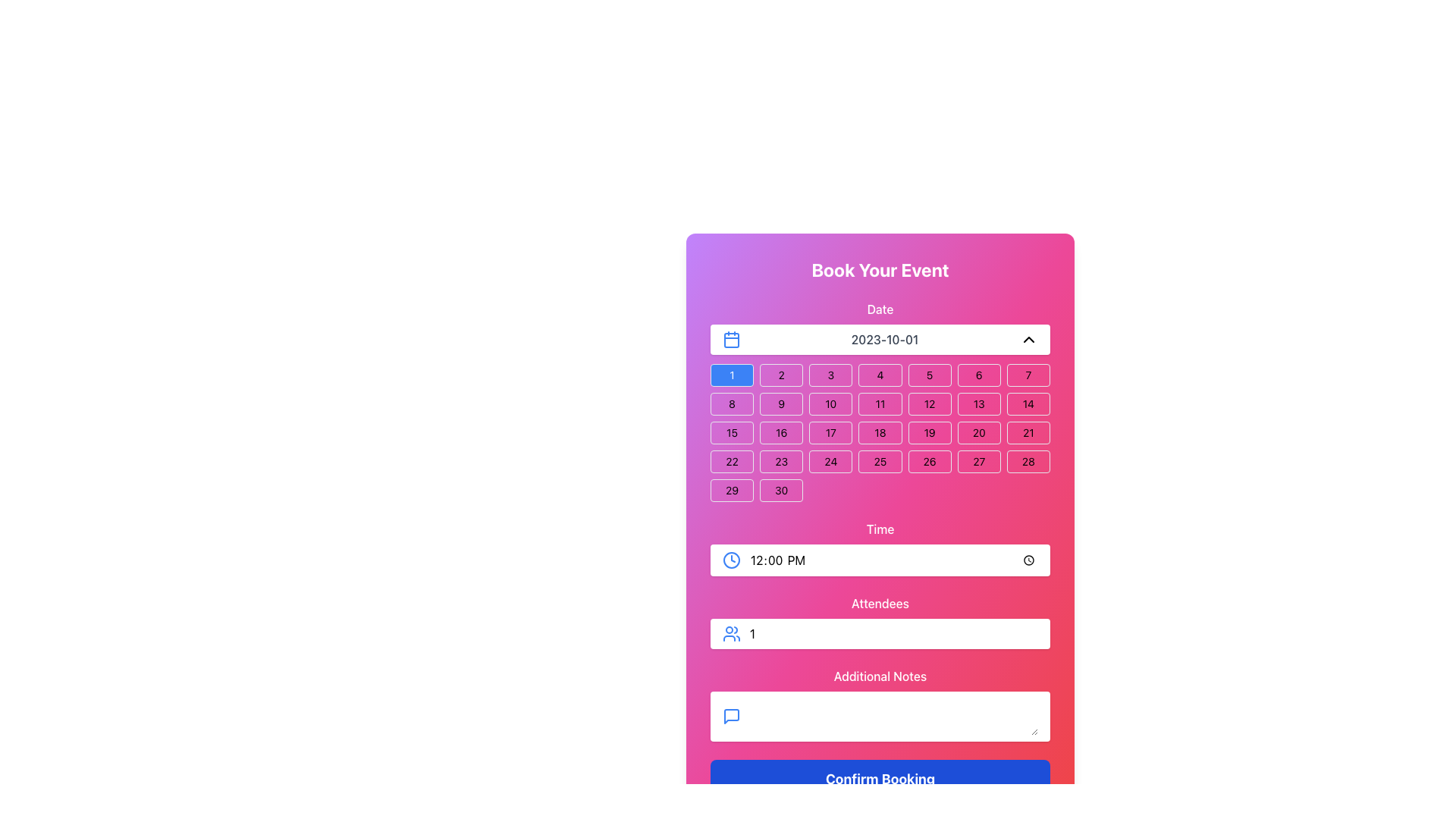 This screenshot has width=1456, height=819. What do you see at coordinates (830, 432) in the screenshot?
I see `the button displaying the number '17', located in the third row and third column of the grid in the calendar widget` at bounding box center [830, 432].